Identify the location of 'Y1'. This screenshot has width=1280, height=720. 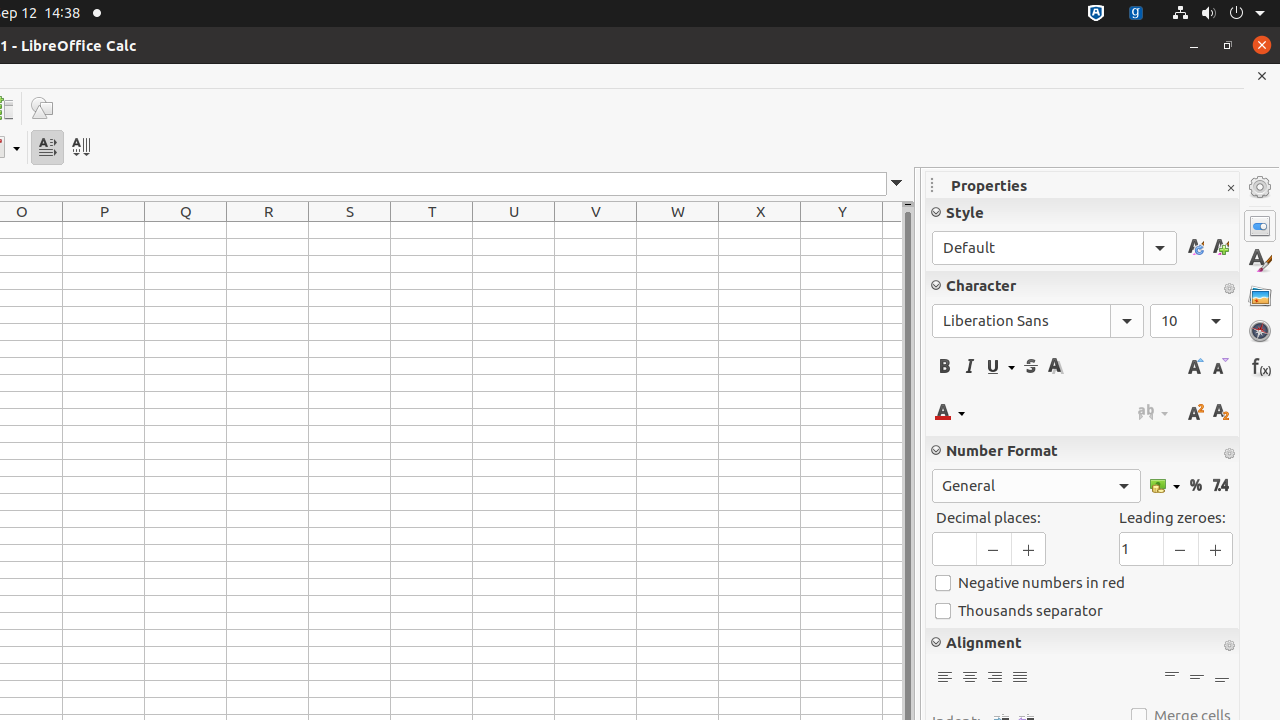
(841, 229).